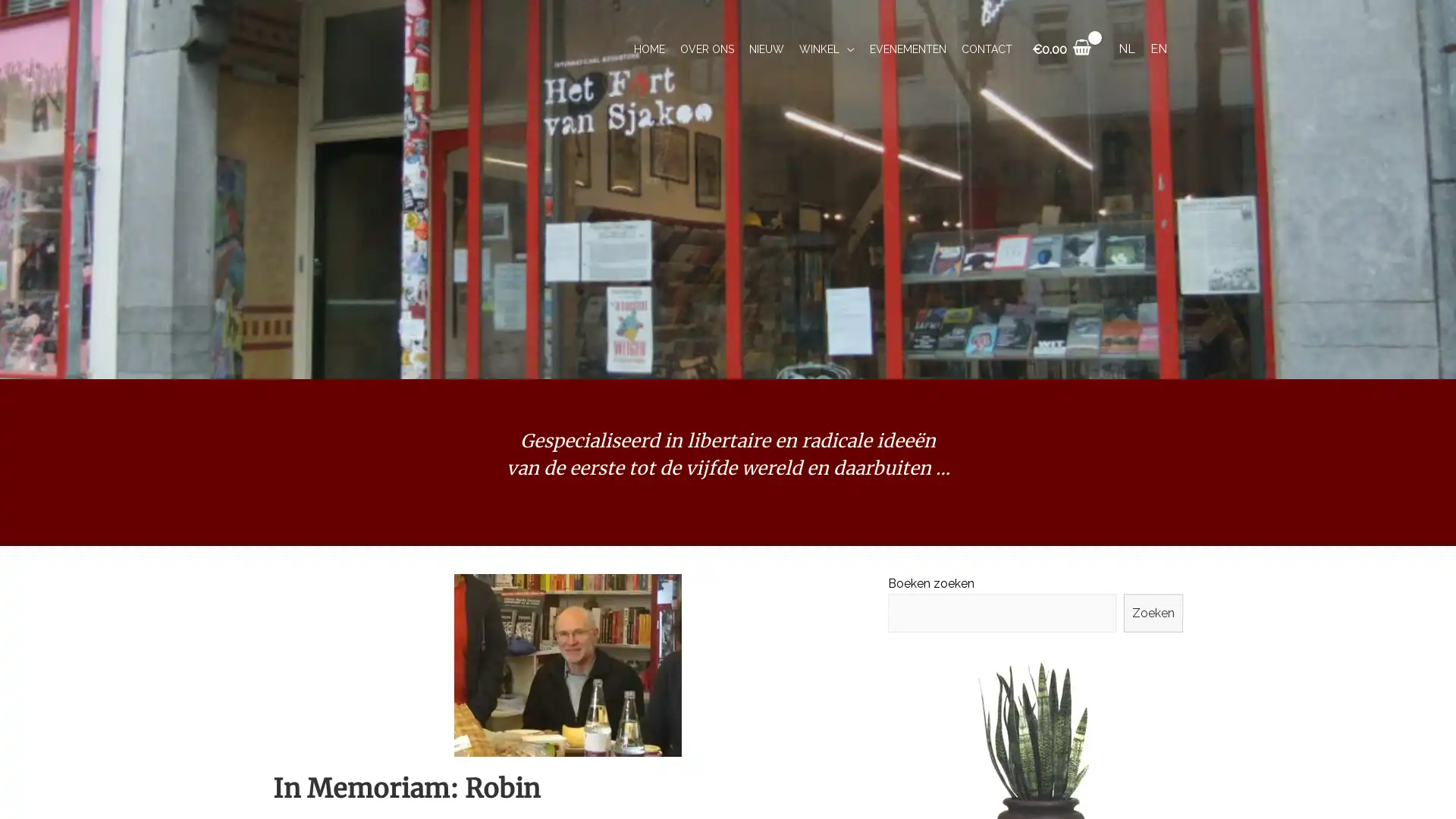 This screenshot has height=819, width=1456. Describe the element at coordinates (1153, 611) in the screenshot. I see `Zoeken` at that location.